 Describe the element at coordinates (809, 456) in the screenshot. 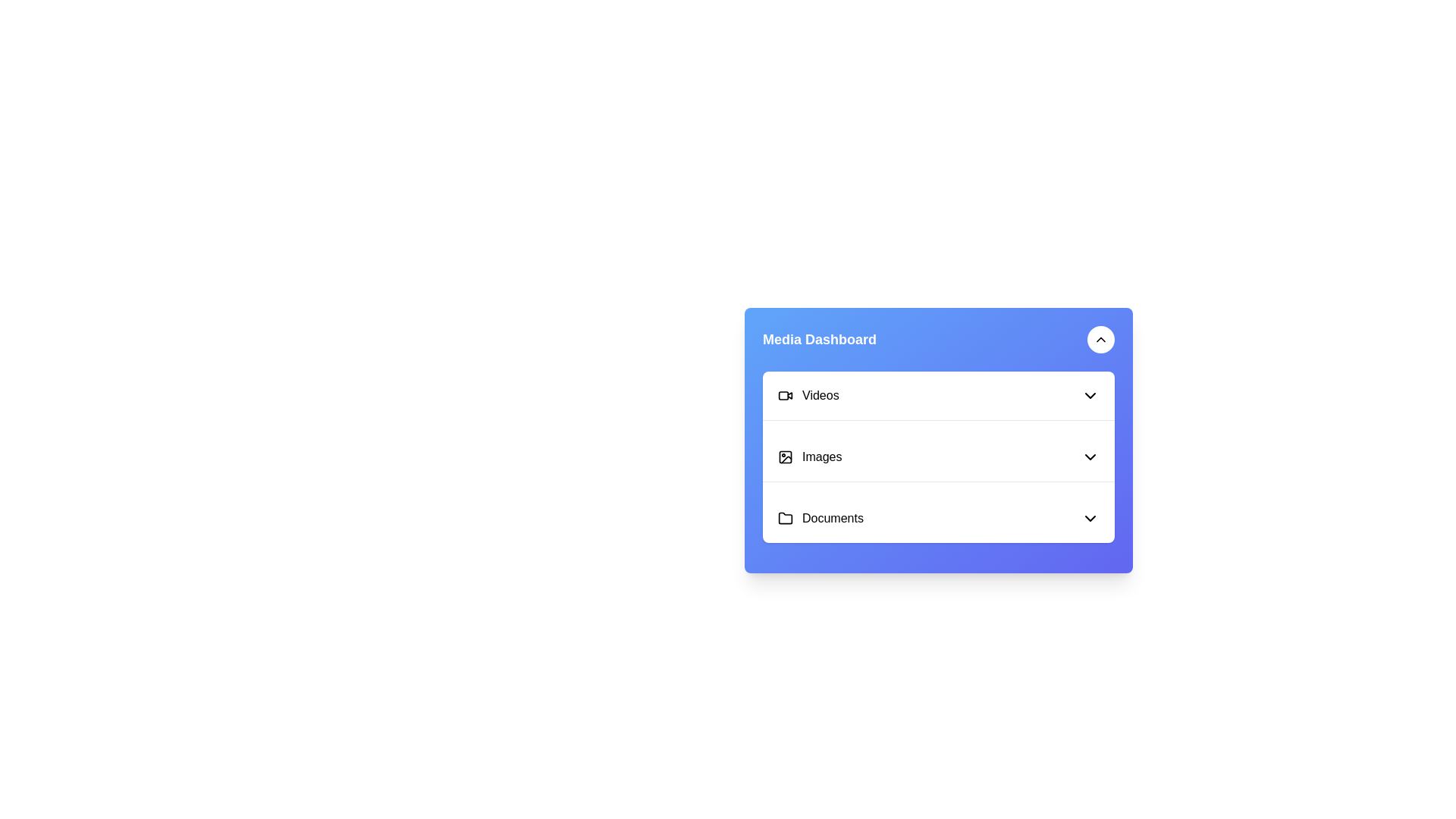

I see `the second interactive list item labeled 'Images' in the 'Media Dashboard'` at that location.